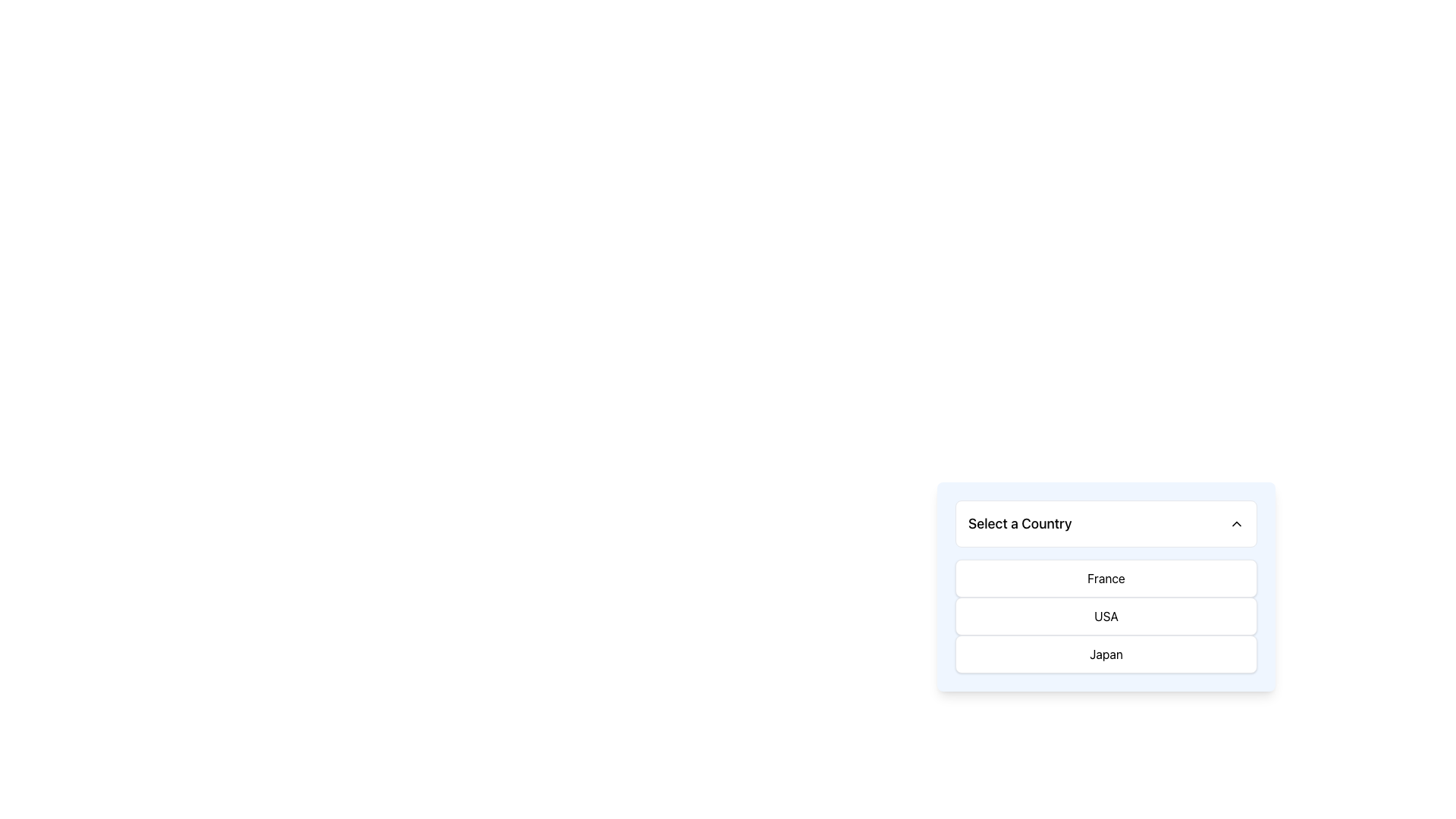 The width and height of the screenshot is (1456, 819). What do you see at coordinates (1106, 617) in the screenshot?
I see `the text label 'USA' in the dropdown menu` at bounding box center [1106, 617].